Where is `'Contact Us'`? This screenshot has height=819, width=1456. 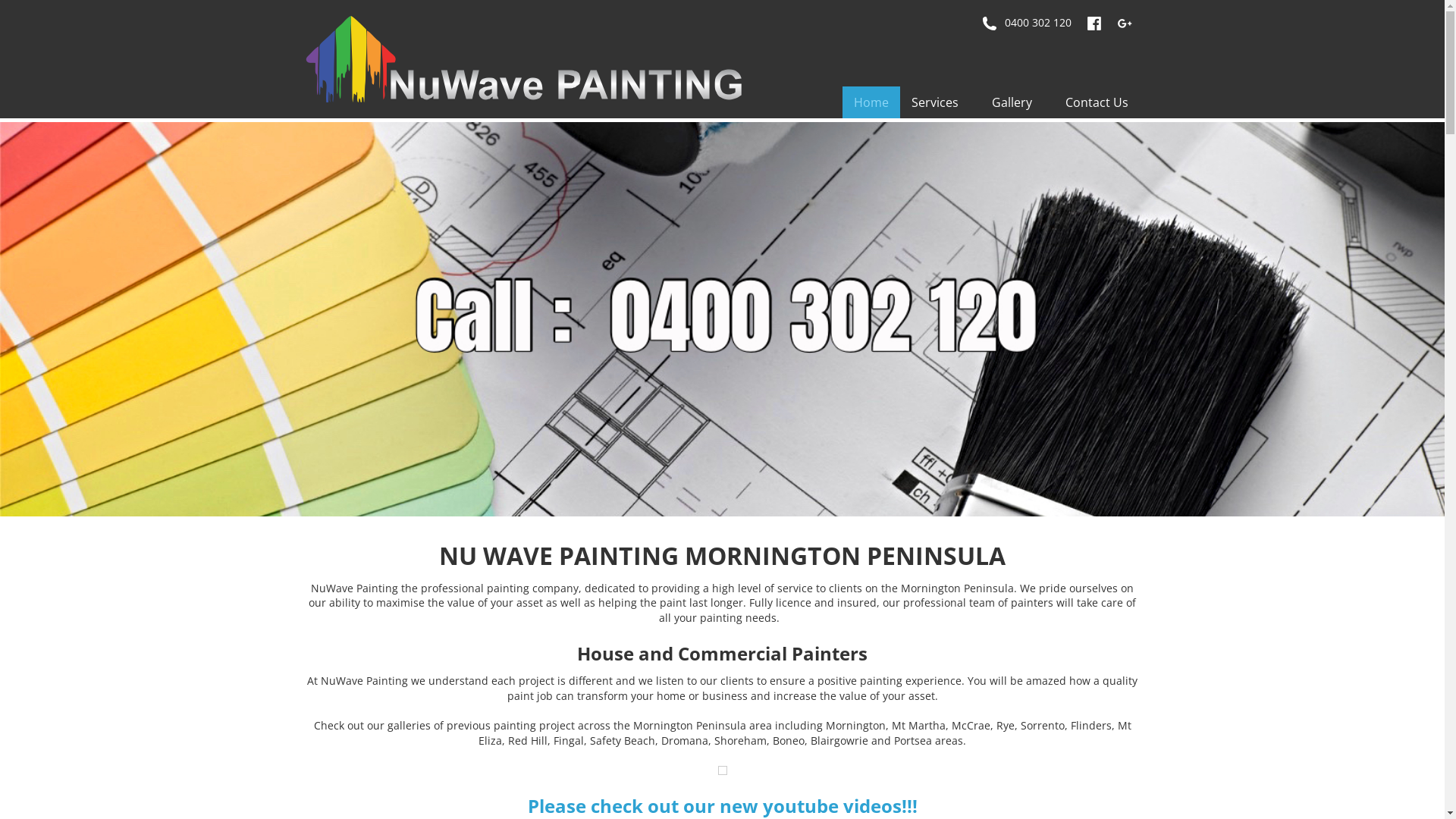
'Contact Us' is located at coordinates (1097, 102).